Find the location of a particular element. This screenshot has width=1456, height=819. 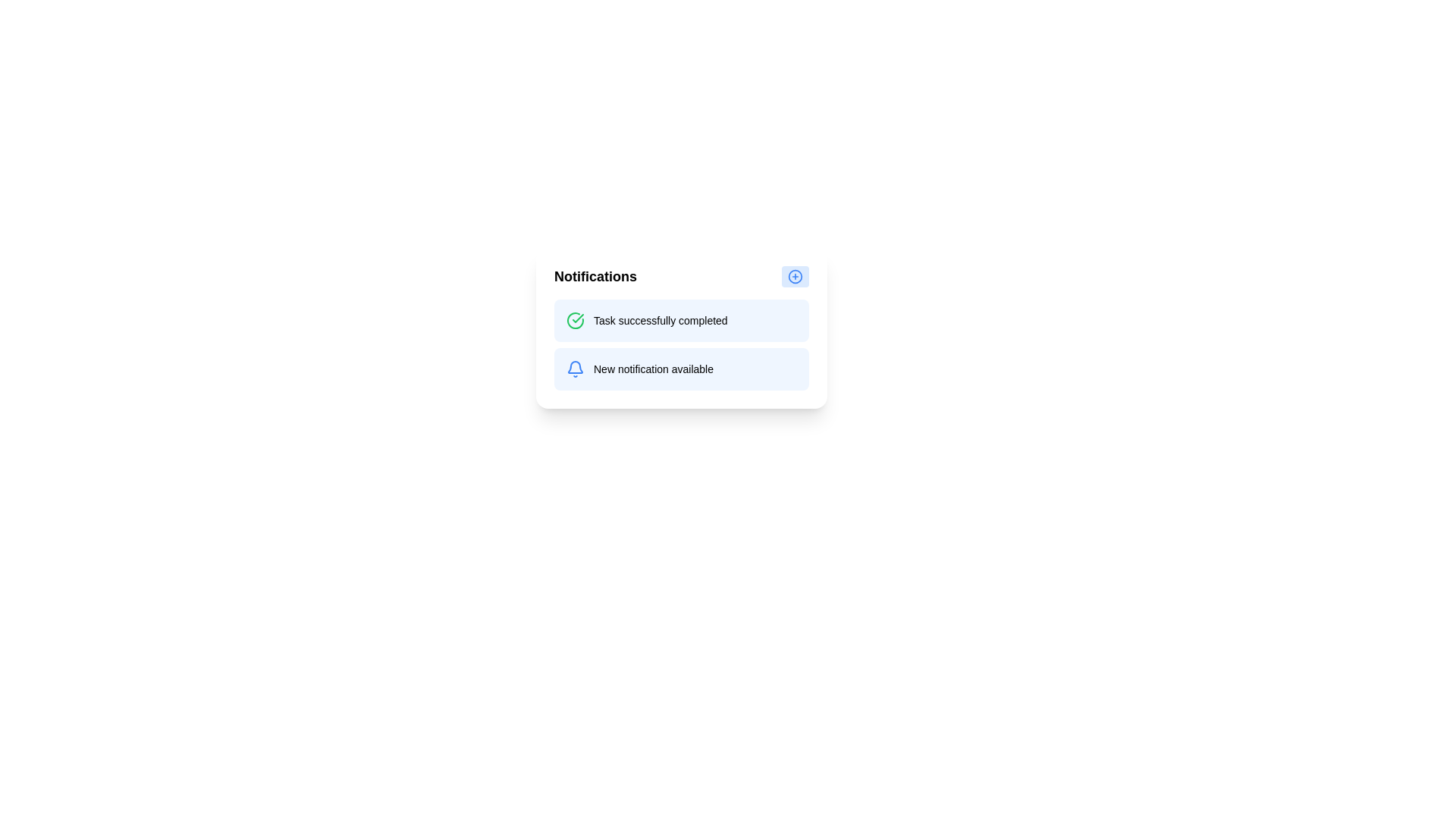

the notification icon, which is the leftmost icon in the second entry of the 'Notifications' panel, indicating an available update or alert is located at coordinates (574, 369).